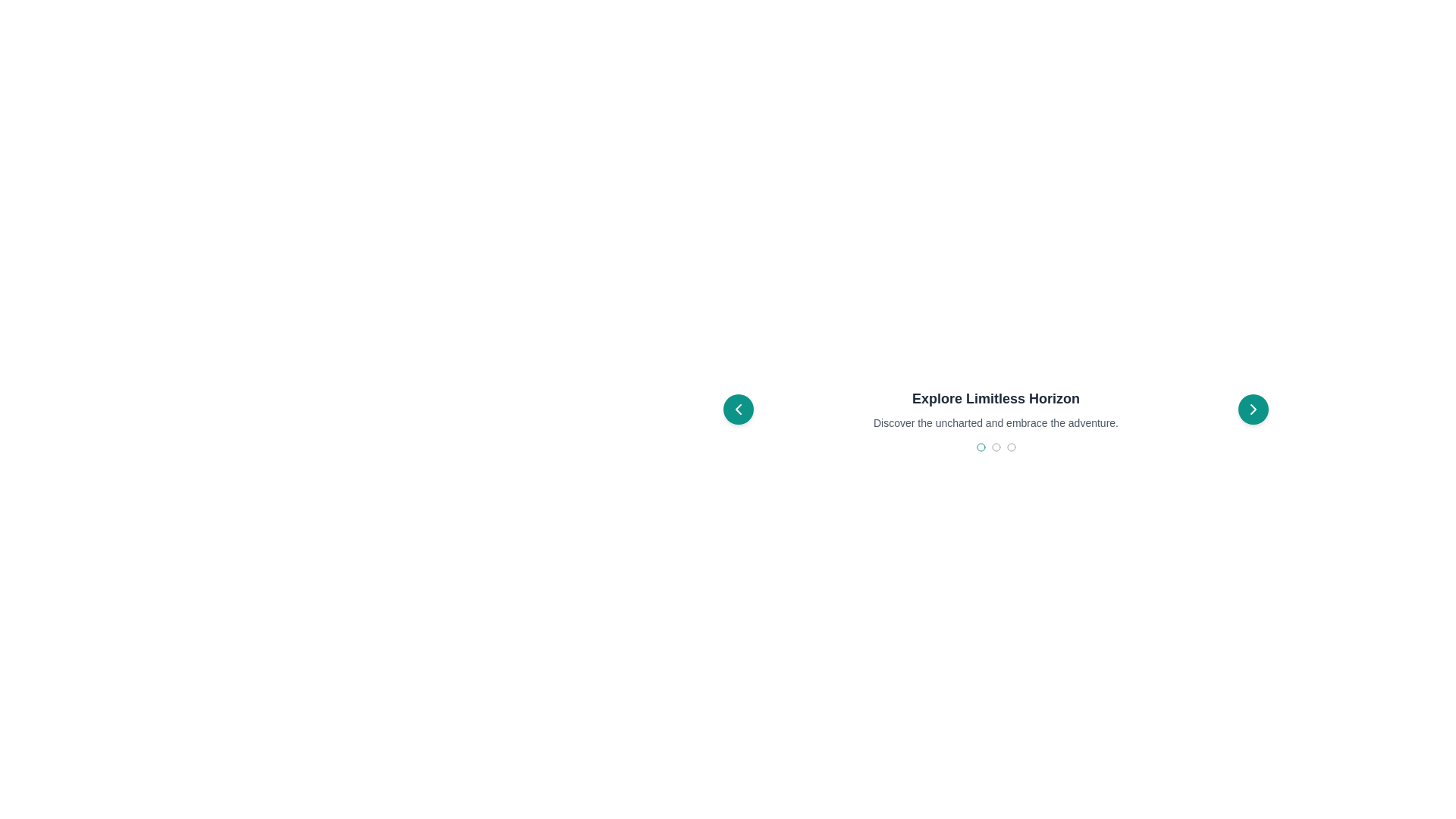  Describe the element at coordinates (1011, 447) in the screenshot. I see `the circular outline button located beneath the text 'Explore Limitless Horizon', which is the last circular element from the left in the navigation component` at that location.